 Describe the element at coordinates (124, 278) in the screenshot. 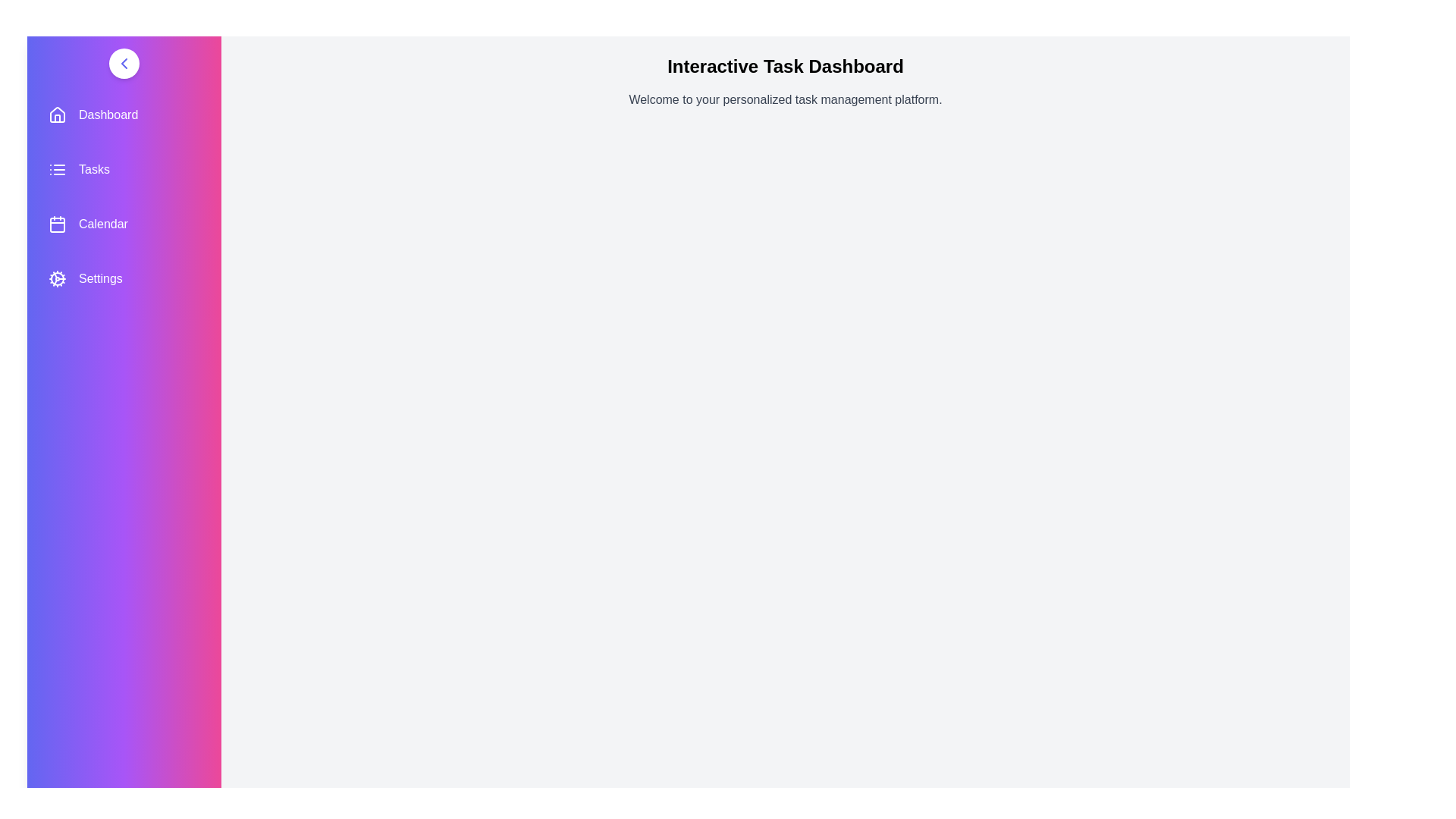

I see `the menu item labeled Settings to observe its hover effect` at that location.